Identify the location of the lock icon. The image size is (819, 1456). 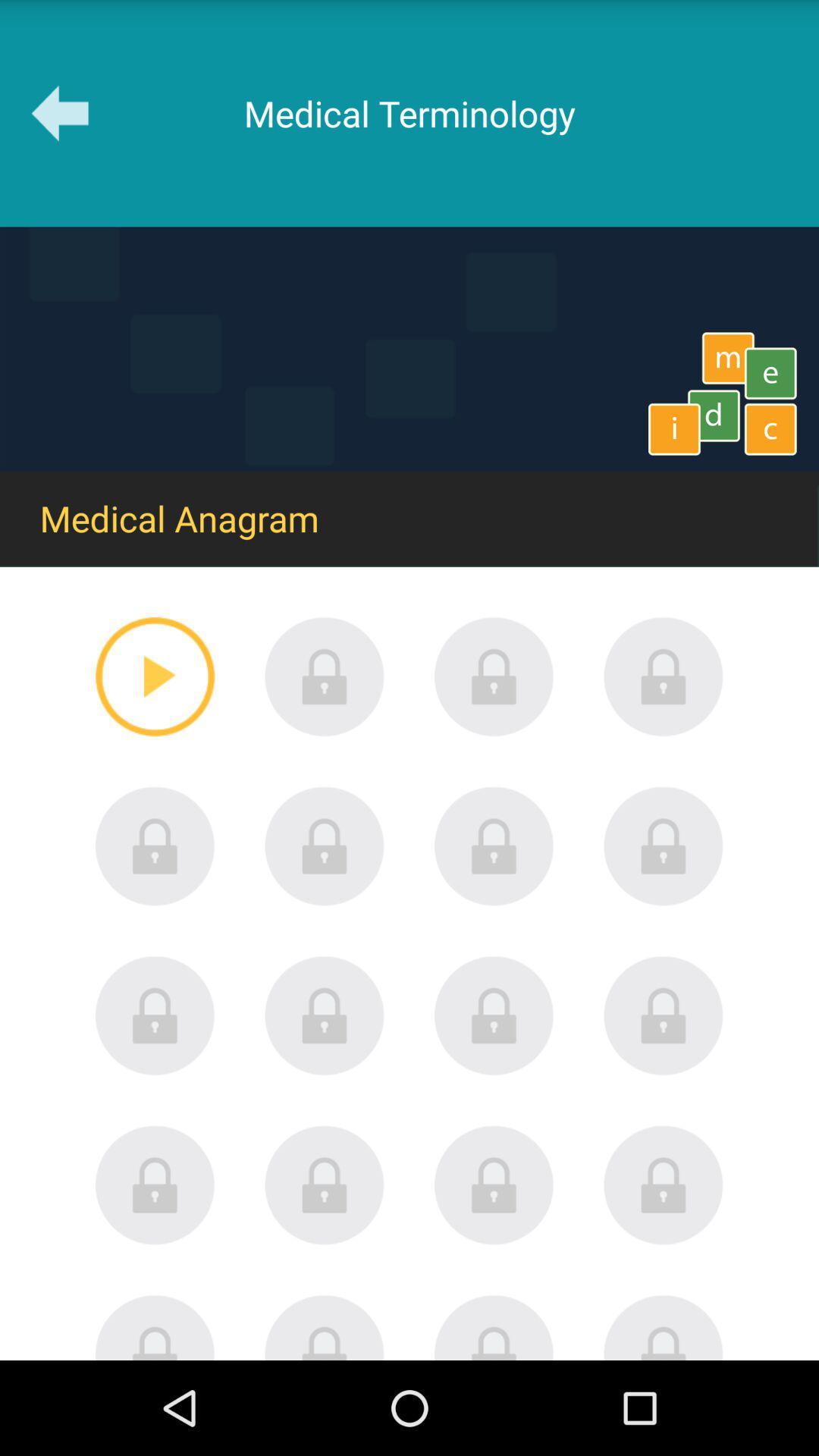
(494, 1086).